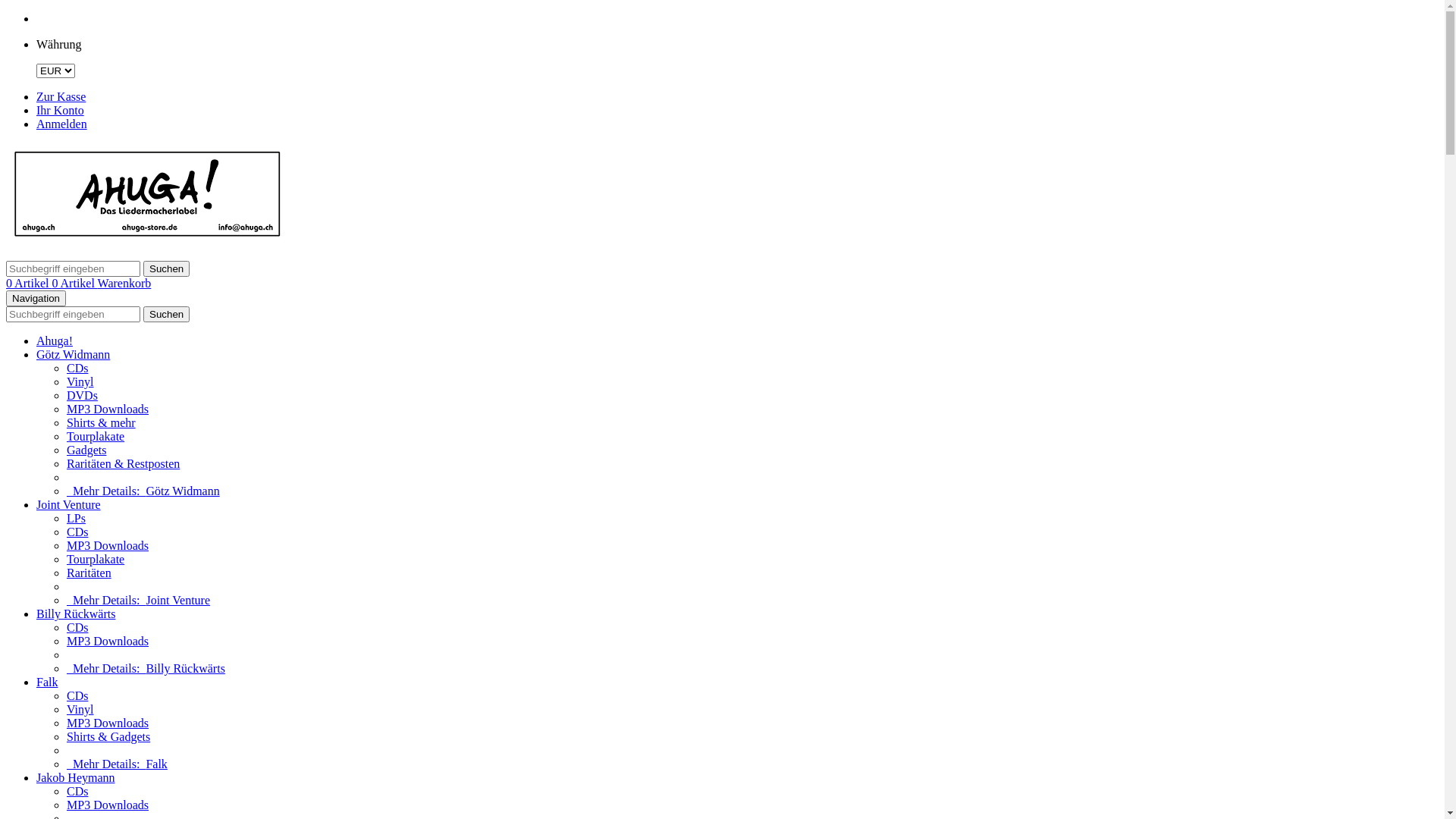  Describe the element at coordinates (65, 709) in the screenshot. I see `'Vinyl'` at that location.